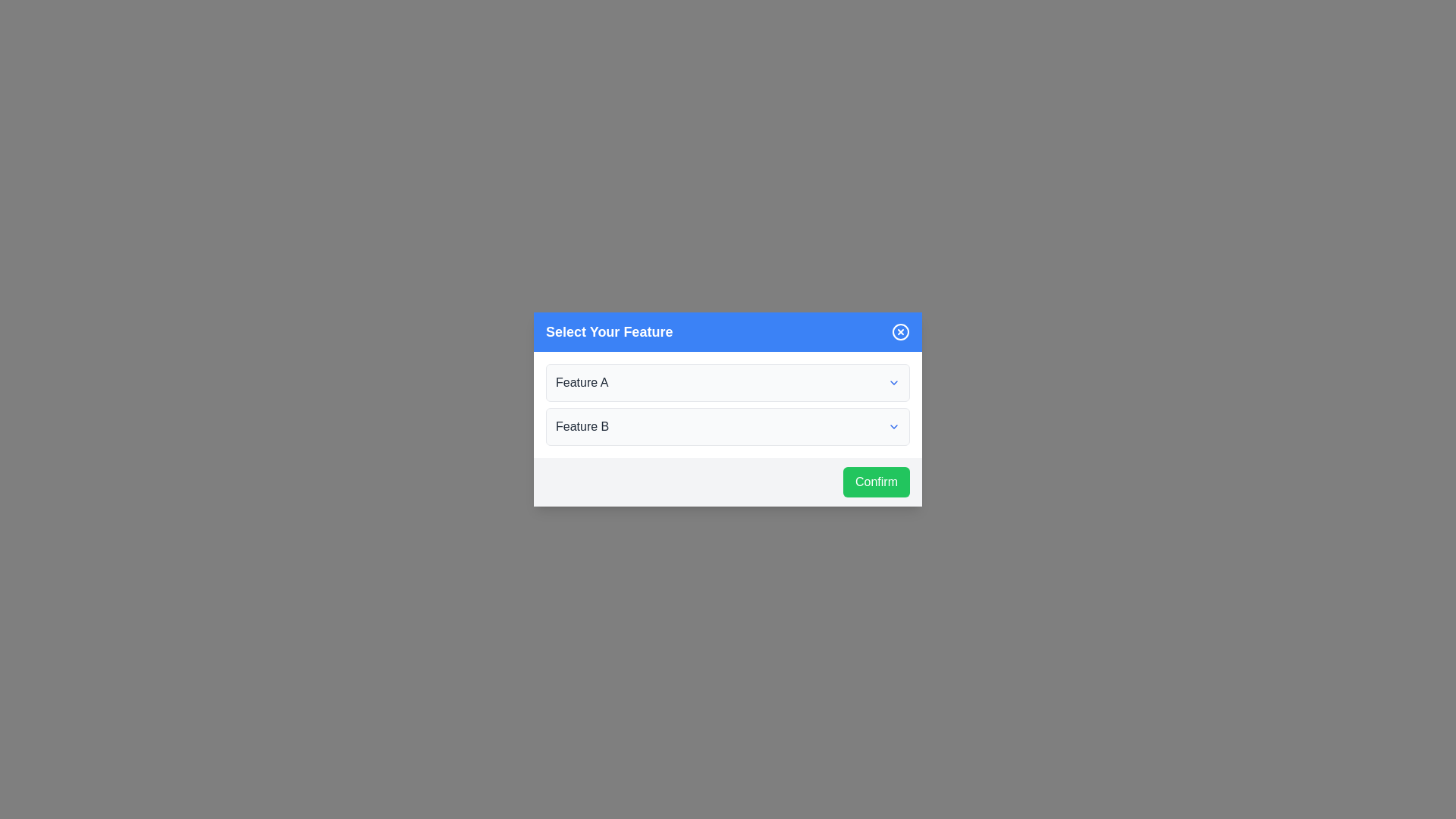 Image resolution: width=1456 pixels, height=819 pixels. I want to click on the SVG circle element located in the top-right corner of the blue header bar of the modal dialog, which serves as a close button, so click(901, 331).